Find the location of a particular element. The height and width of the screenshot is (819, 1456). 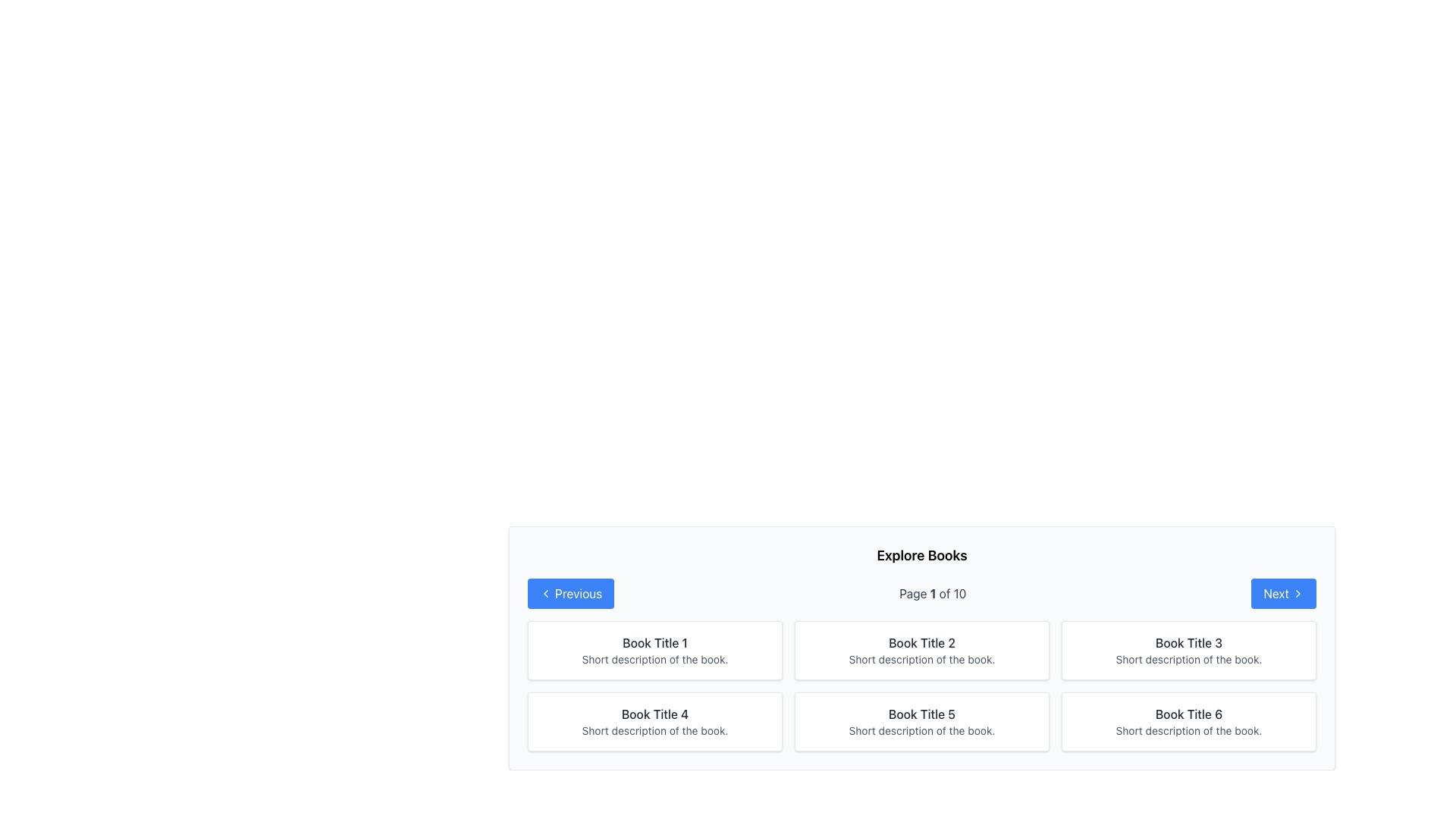

the blue 'Next' button on the pagination bar is located at coordinates (1283, 593).